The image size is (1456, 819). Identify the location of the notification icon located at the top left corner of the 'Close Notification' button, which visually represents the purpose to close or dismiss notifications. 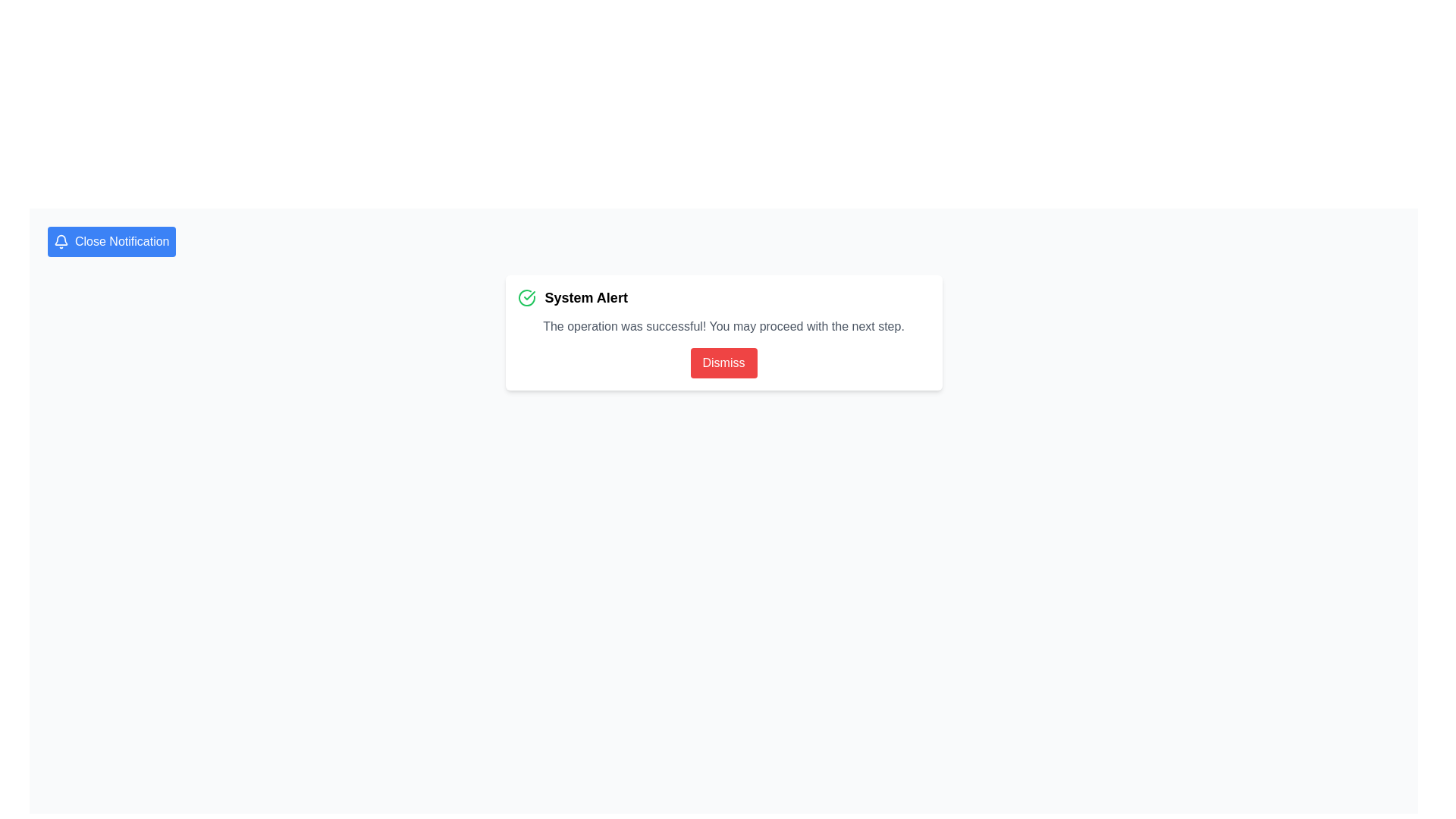
(61, 241).